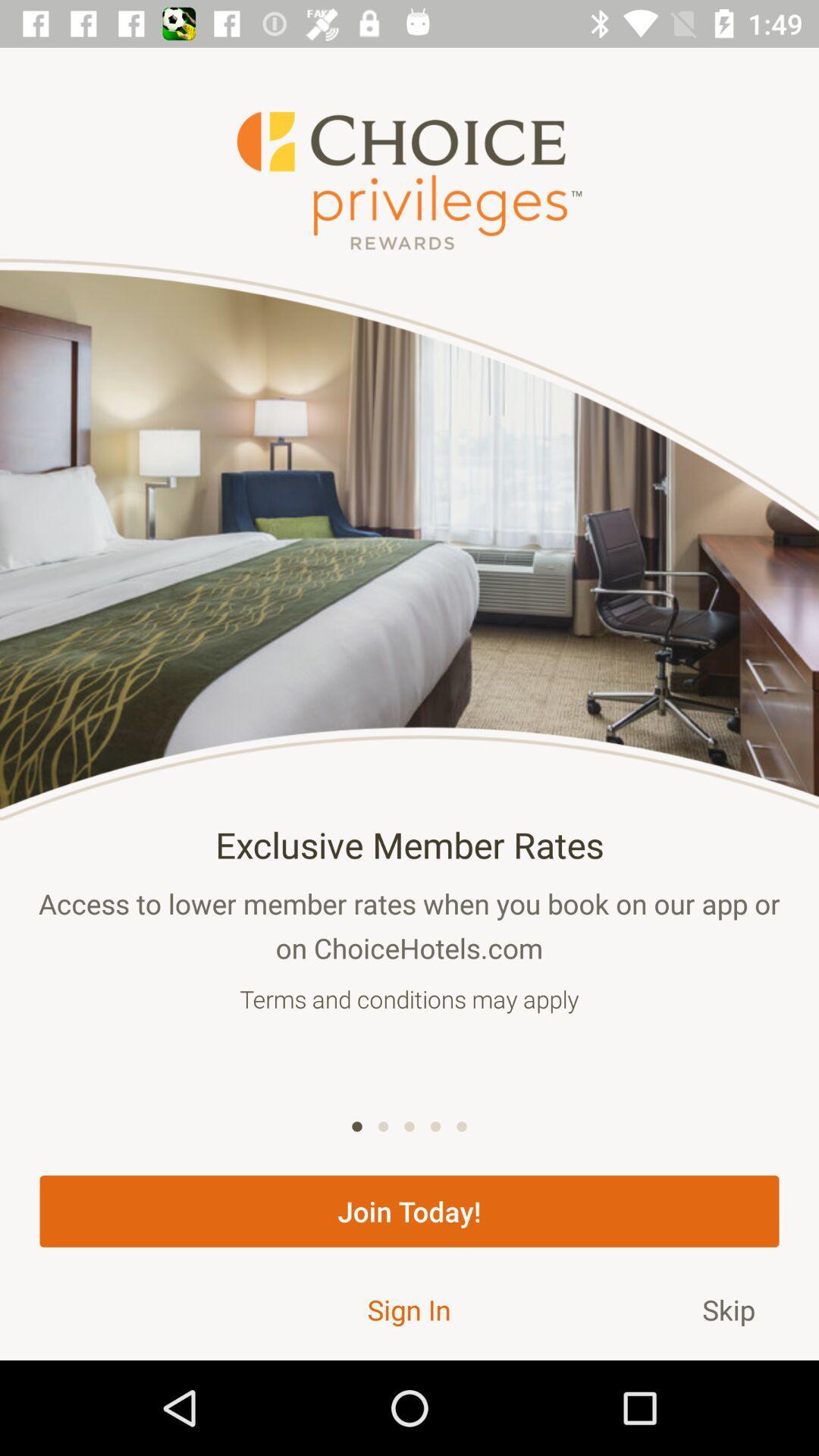  Describe the element at coordinates (728, 1309) in the screenshot. I see `icon next to sign in item` at that location.